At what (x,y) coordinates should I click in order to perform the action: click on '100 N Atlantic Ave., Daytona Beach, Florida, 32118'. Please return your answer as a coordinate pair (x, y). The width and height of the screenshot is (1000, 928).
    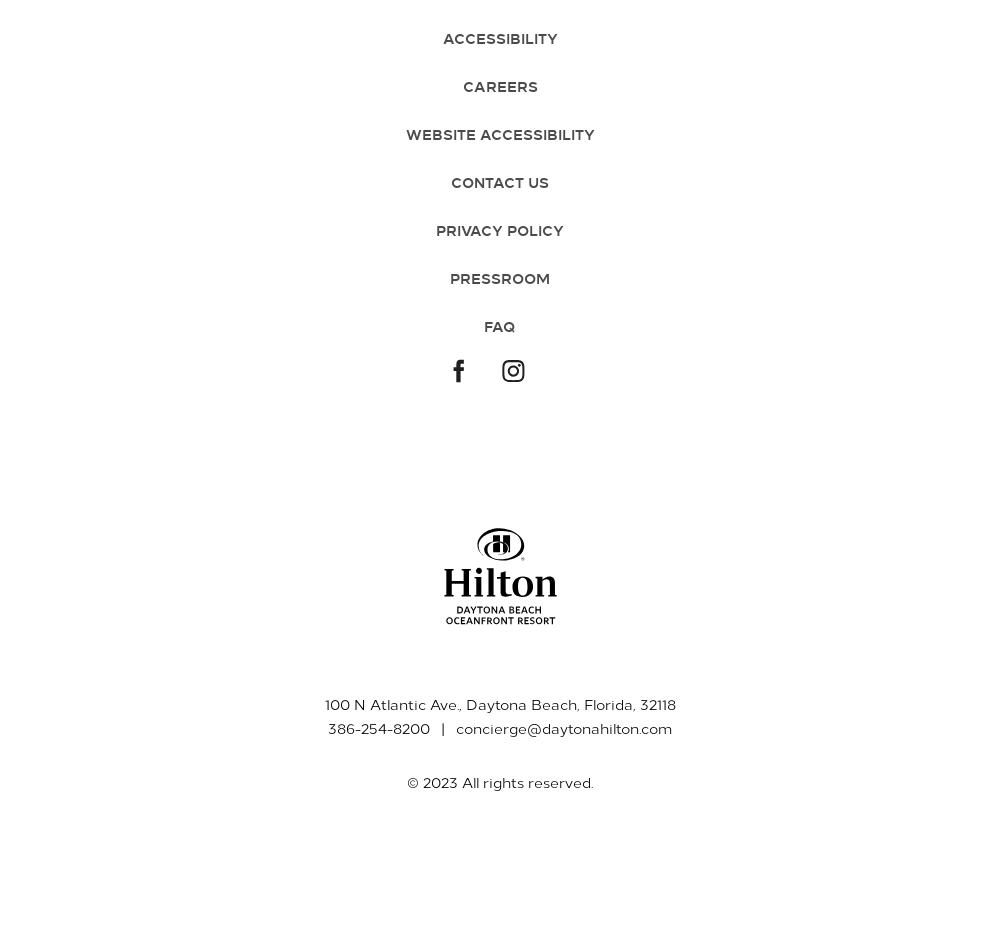
    Looking at the image, I should click on (498, 703).